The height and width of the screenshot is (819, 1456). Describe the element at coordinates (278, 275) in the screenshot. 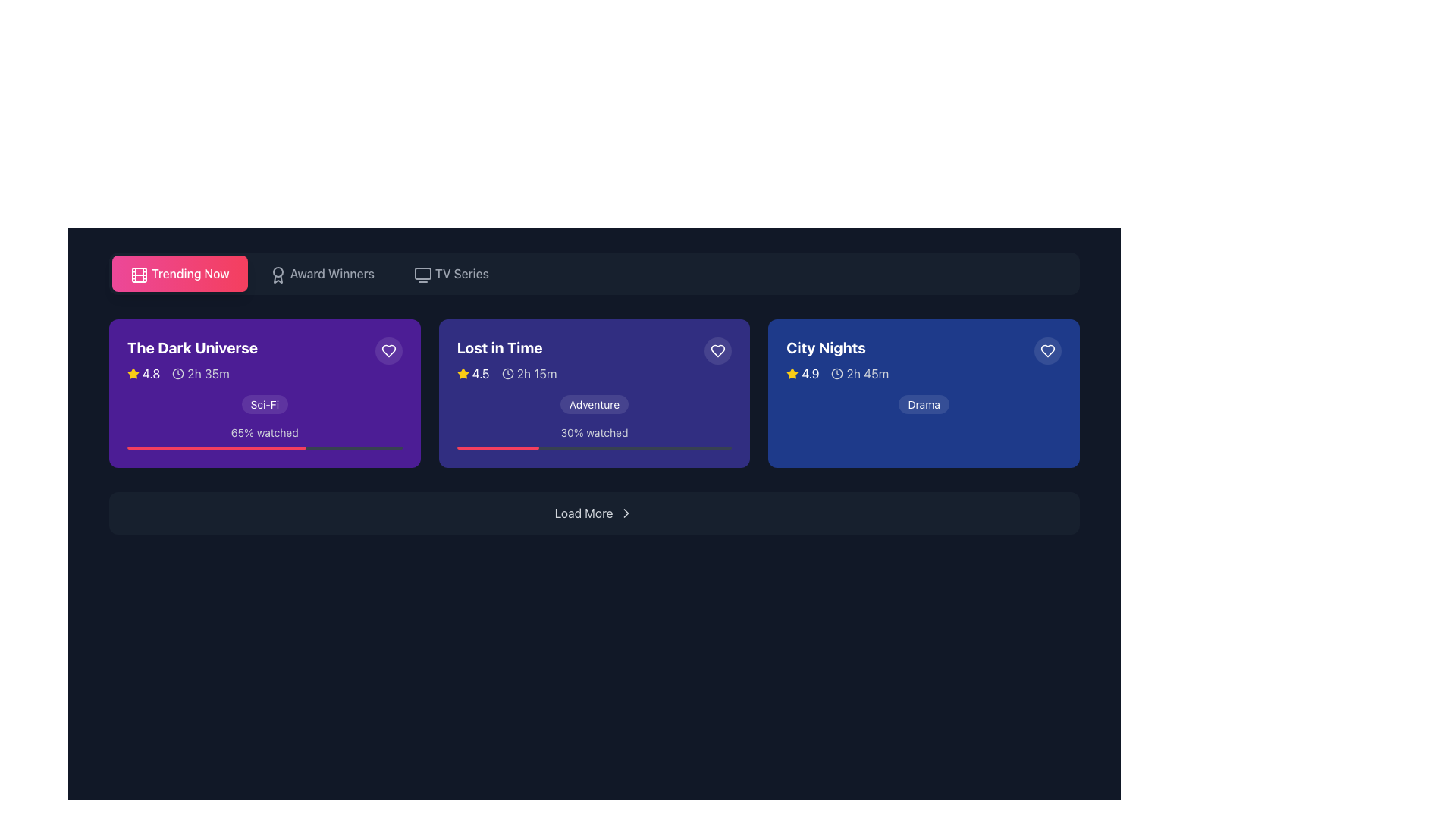

I see `the award-winning content navigation icon located in the header navigation bar, positioned between the 'Trending Now' and 'TV Series' tabs` at that location.